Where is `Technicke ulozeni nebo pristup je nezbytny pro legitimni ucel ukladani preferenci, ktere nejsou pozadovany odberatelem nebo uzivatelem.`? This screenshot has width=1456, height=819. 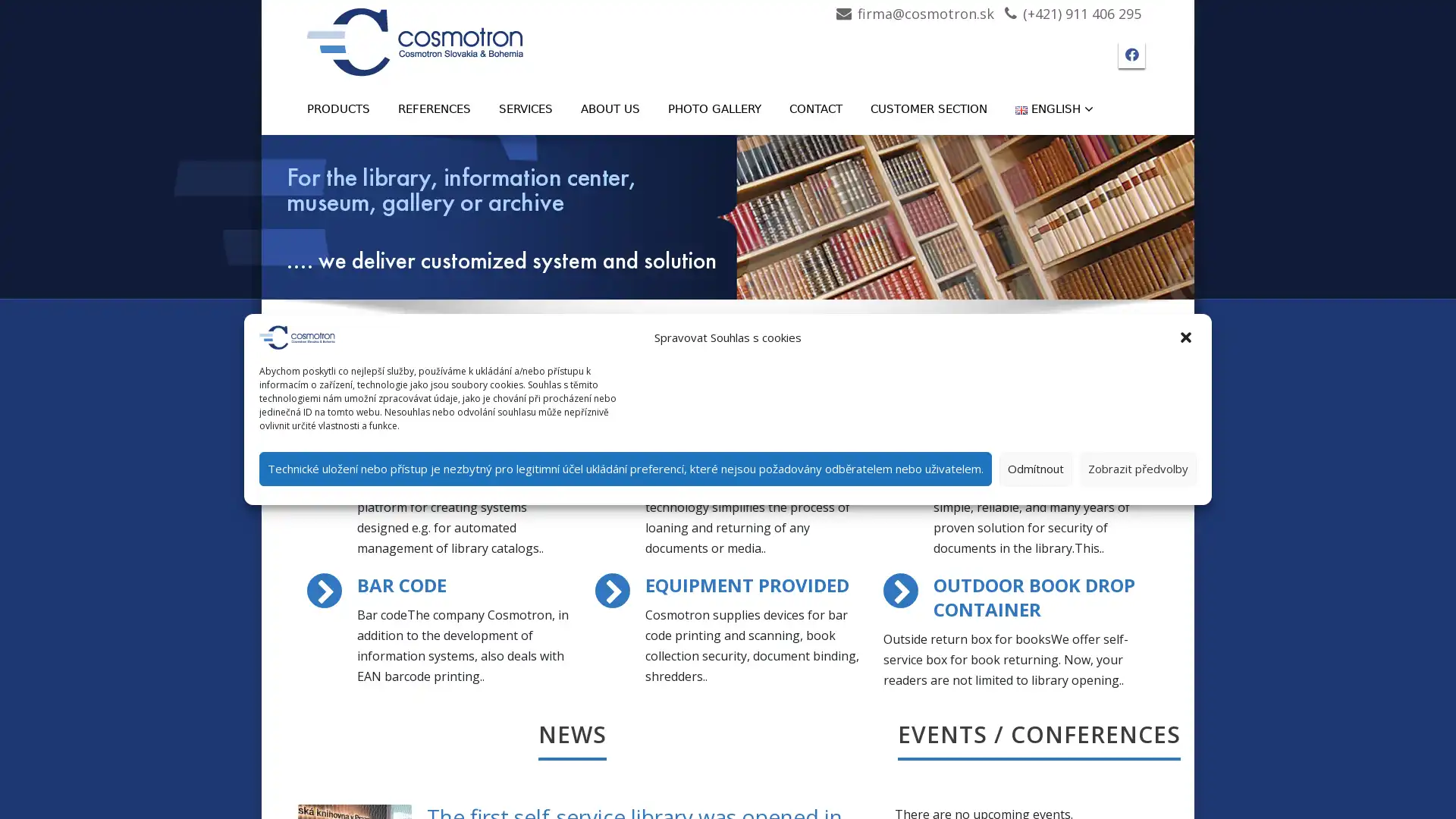 Technicke ulozeni nebo pristup je nezbytny pro legitimni ucel ukladani preferenci, ktere nejsou pozadovany odberatelem nebo uzivatelem. is located at coordinates (626, 467).